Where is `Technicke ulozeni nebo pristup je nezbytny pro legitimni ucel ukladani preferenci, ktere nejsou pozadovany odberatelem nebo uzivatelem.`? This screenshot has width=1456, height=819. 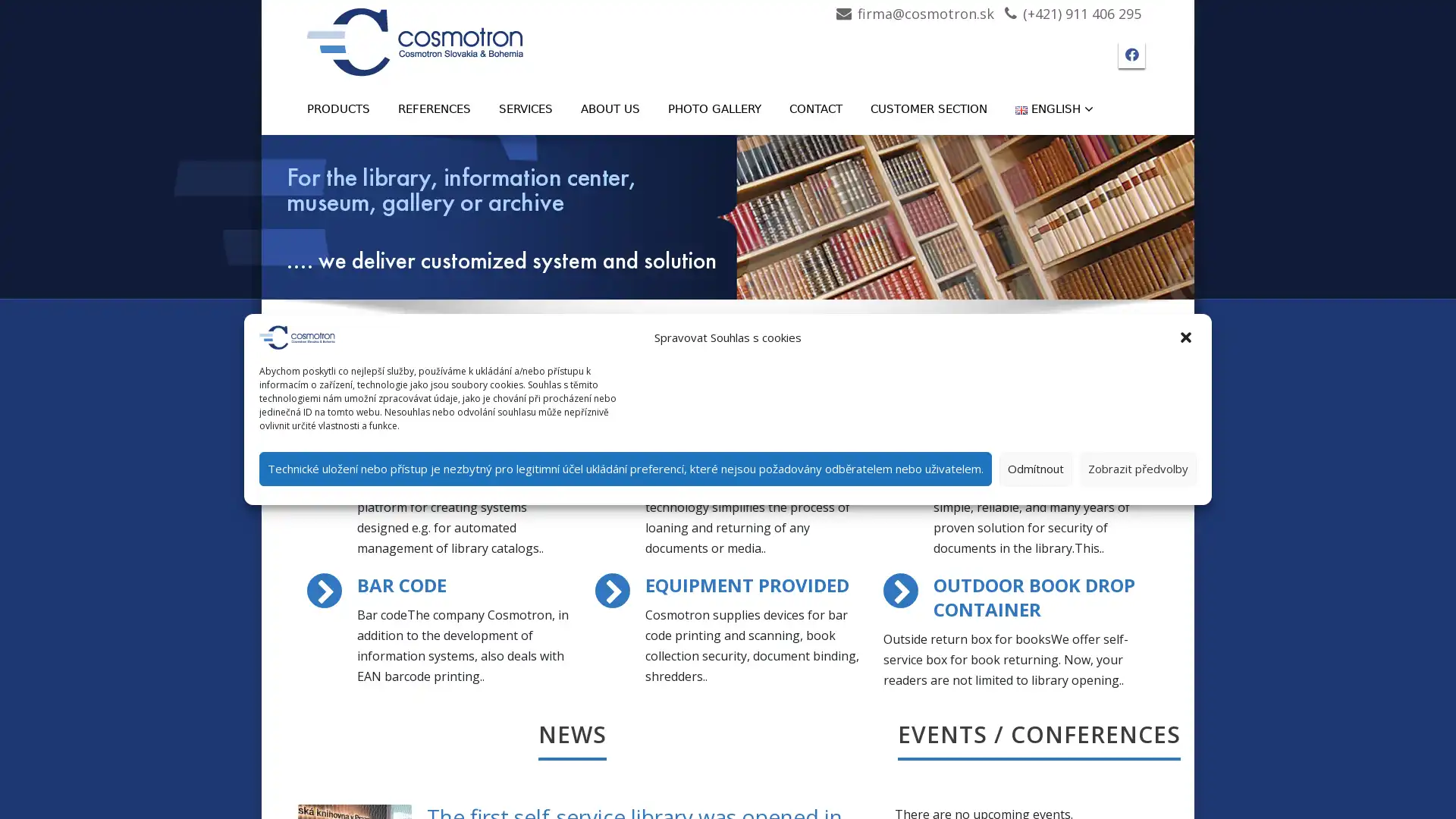 Technicke ulozeni nebo pristup je nezbytny pro legitimni ucel ukladani preferenci, ktere nejsou pozadovany odberatelem nebo uzivatelem. is located at coordinates (626, 467).